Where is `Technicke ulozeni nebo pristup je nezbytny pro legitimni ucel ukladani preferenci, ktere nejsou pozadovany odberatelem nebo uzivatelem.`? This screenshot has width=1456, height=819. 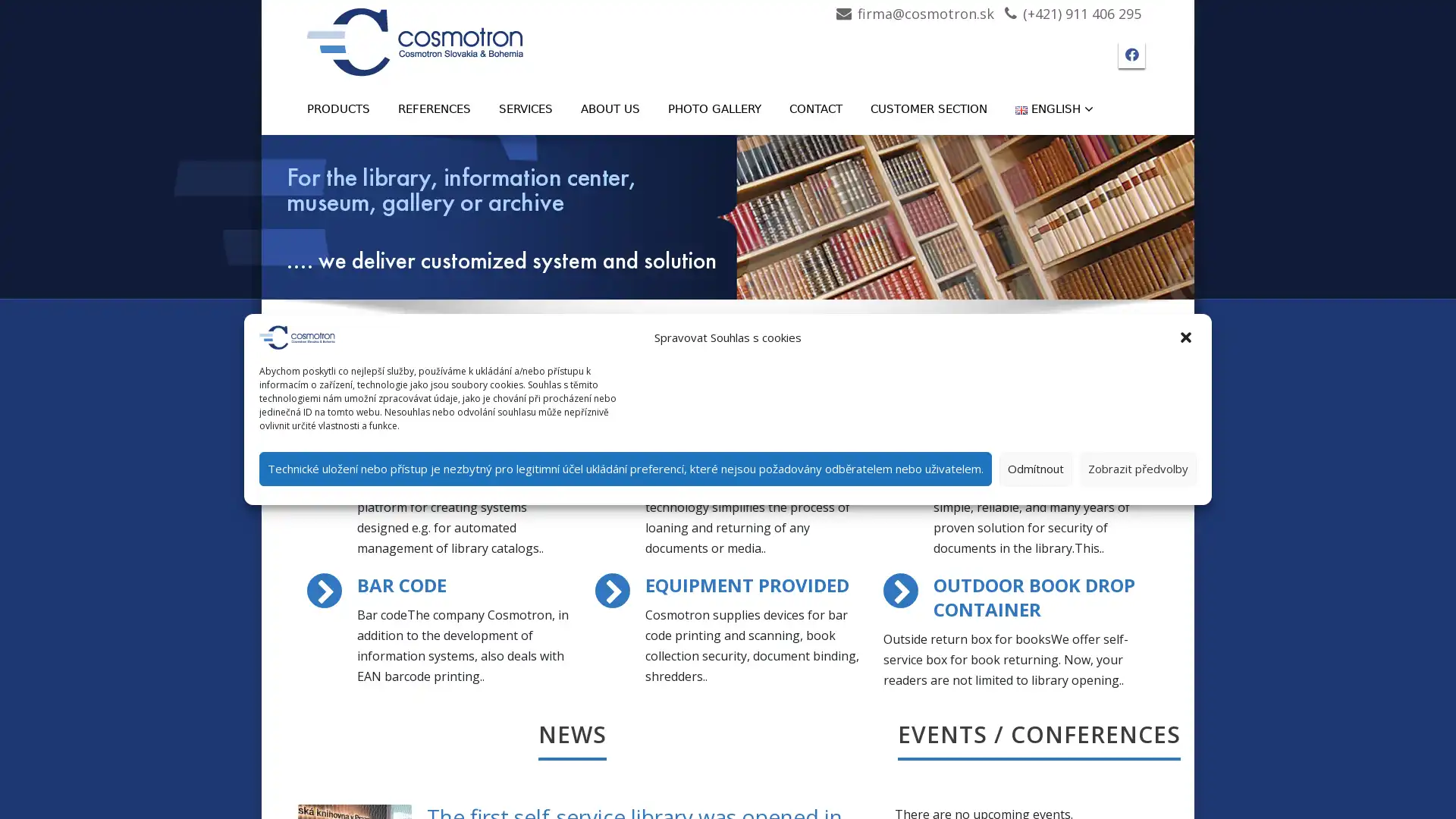 Technicke ulozeni nebo pristup je nezbytny pro legitimni ucel ukladani preferenci, ktere nejsou pozadovany odberatelem nebo uzivatelem. is located at coordinates (626, 467).